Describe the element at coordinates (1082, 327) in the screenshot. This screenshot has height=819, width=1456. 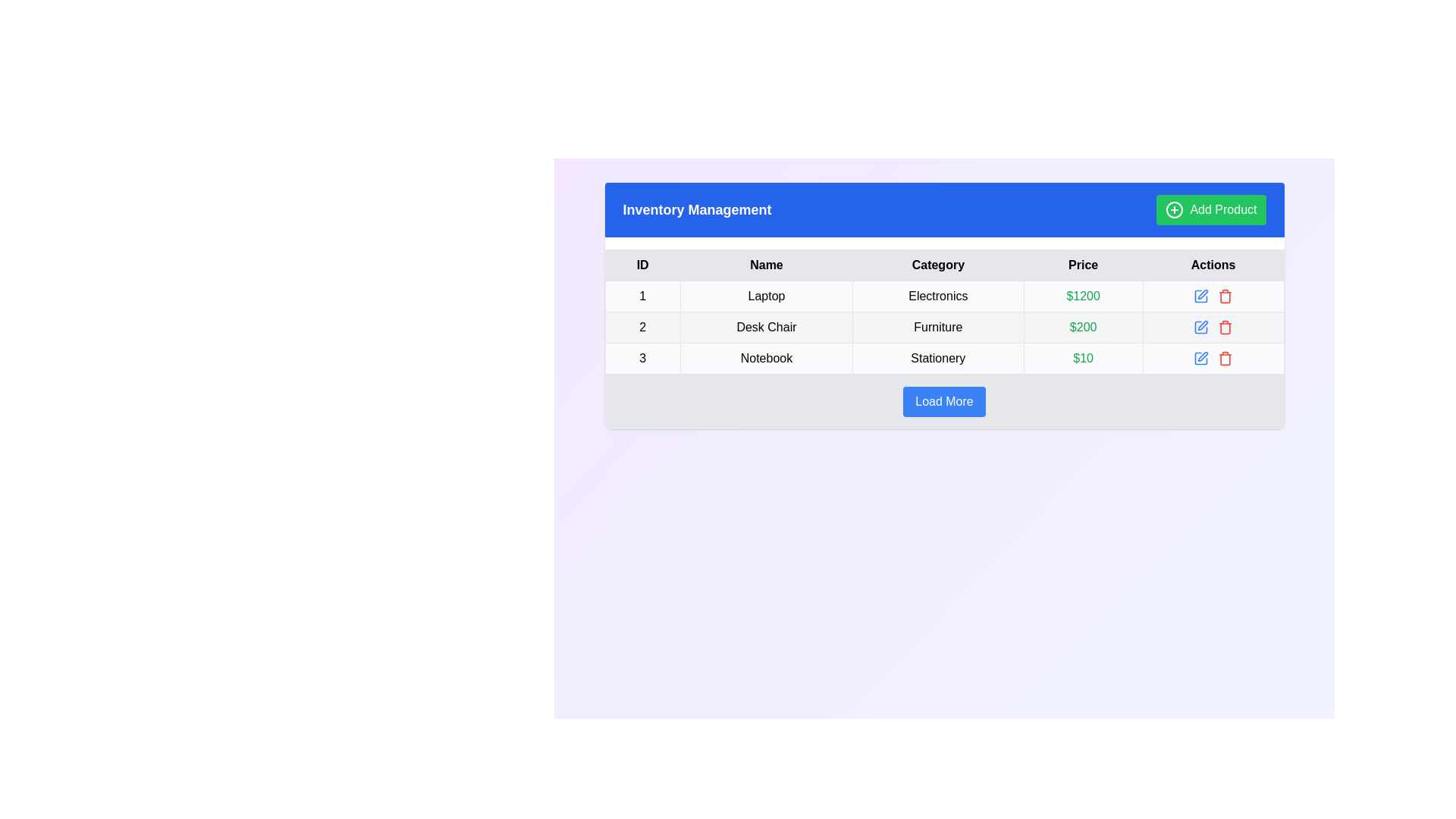
I see `the price display element showing '$200' in green, located in the 'Price' column of the second row in the table, horizontally aligned with 'Desk Chair'` at that location.